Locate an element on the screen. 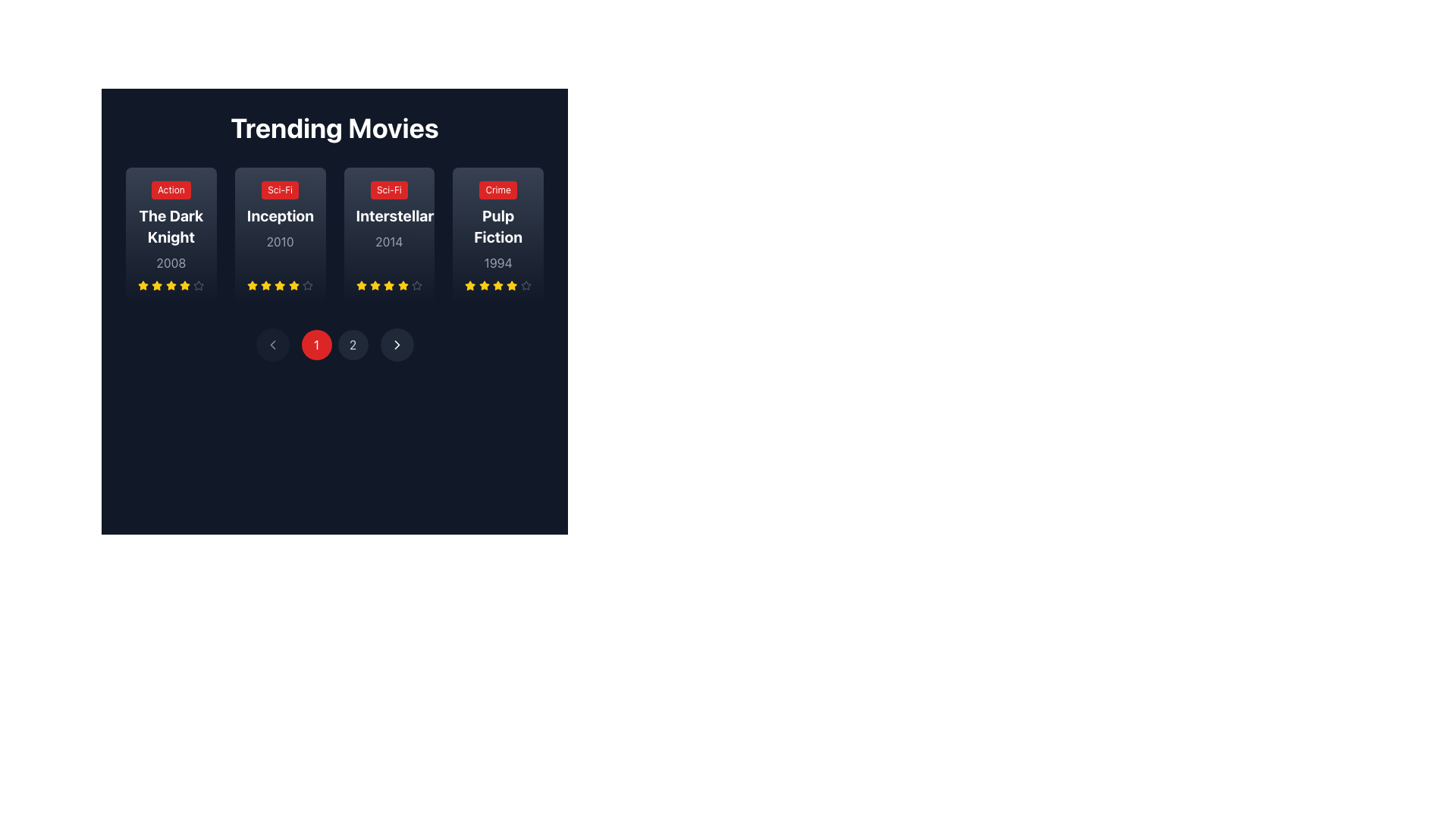 This screenshot has height=819, width=1456. the second star icon in the rating system below the movie title 'Inception' to interact with the rating system is located at coordinates (294, 285).